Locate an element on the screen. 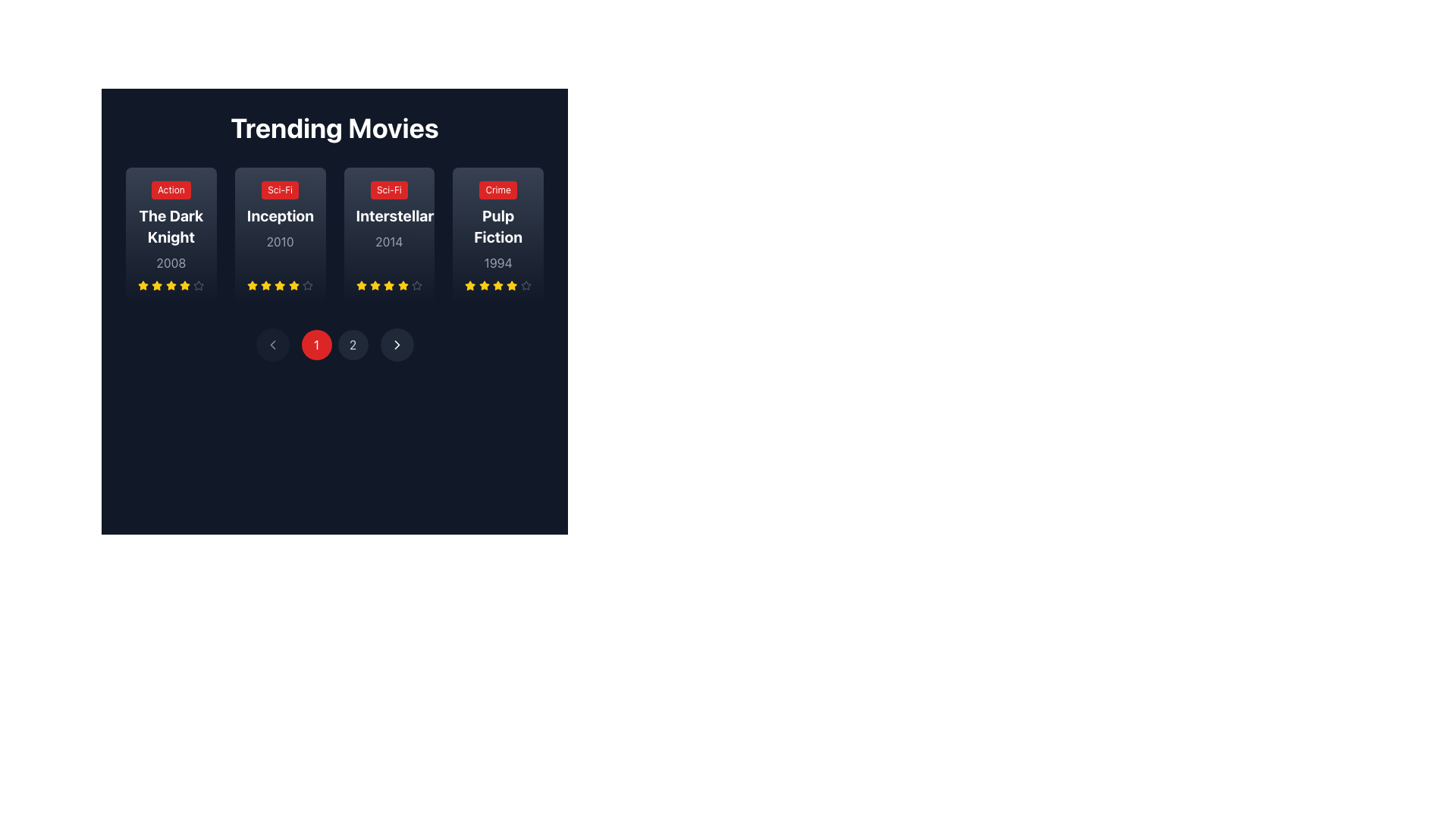 This screenshot has height=819, width=1456. the second star icon in the rating system below the movie title 'Inception' to interact with the rating system is located at coordinates (294, 285).